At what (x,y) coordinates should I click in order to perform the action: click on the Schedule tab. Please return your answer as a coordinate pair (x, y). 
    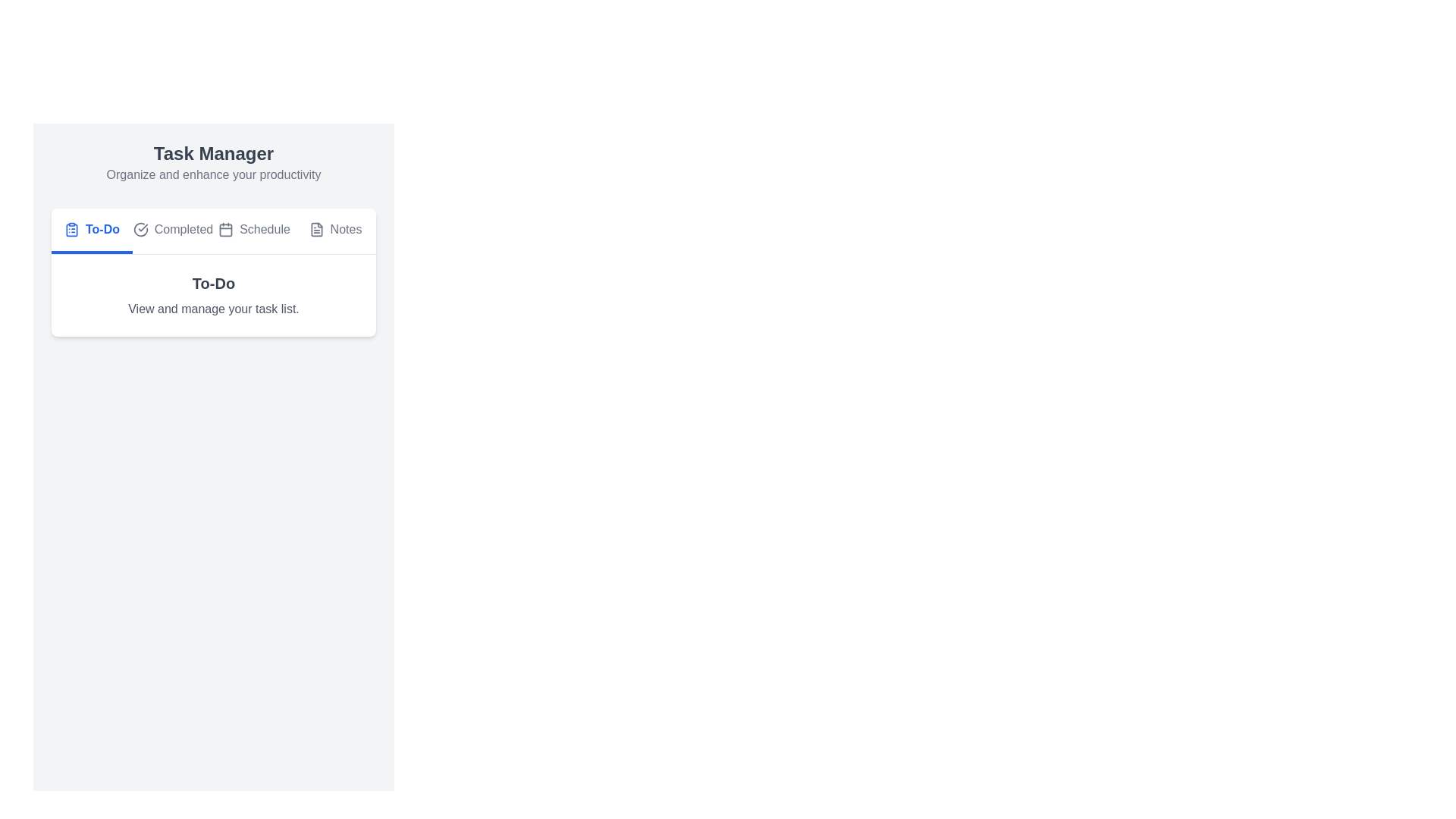
    Looking at the image, I should click on (254, 231).